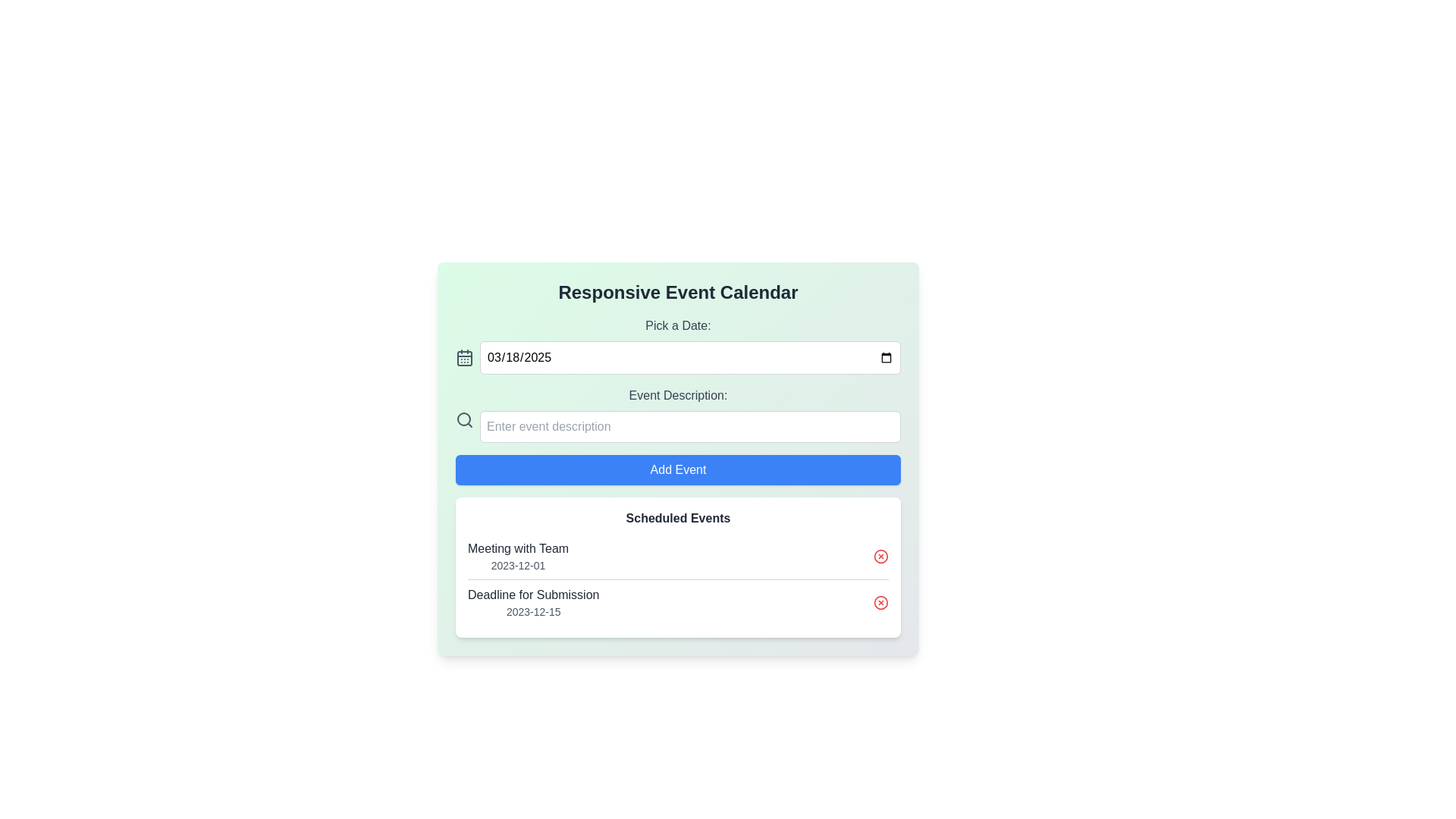 The image size is (1456, 819). Describe the element at coordinates (880, 556) in the screenshot. I see `the delete button aligned with the scheduled event 'Meeting with Team'` at that location.